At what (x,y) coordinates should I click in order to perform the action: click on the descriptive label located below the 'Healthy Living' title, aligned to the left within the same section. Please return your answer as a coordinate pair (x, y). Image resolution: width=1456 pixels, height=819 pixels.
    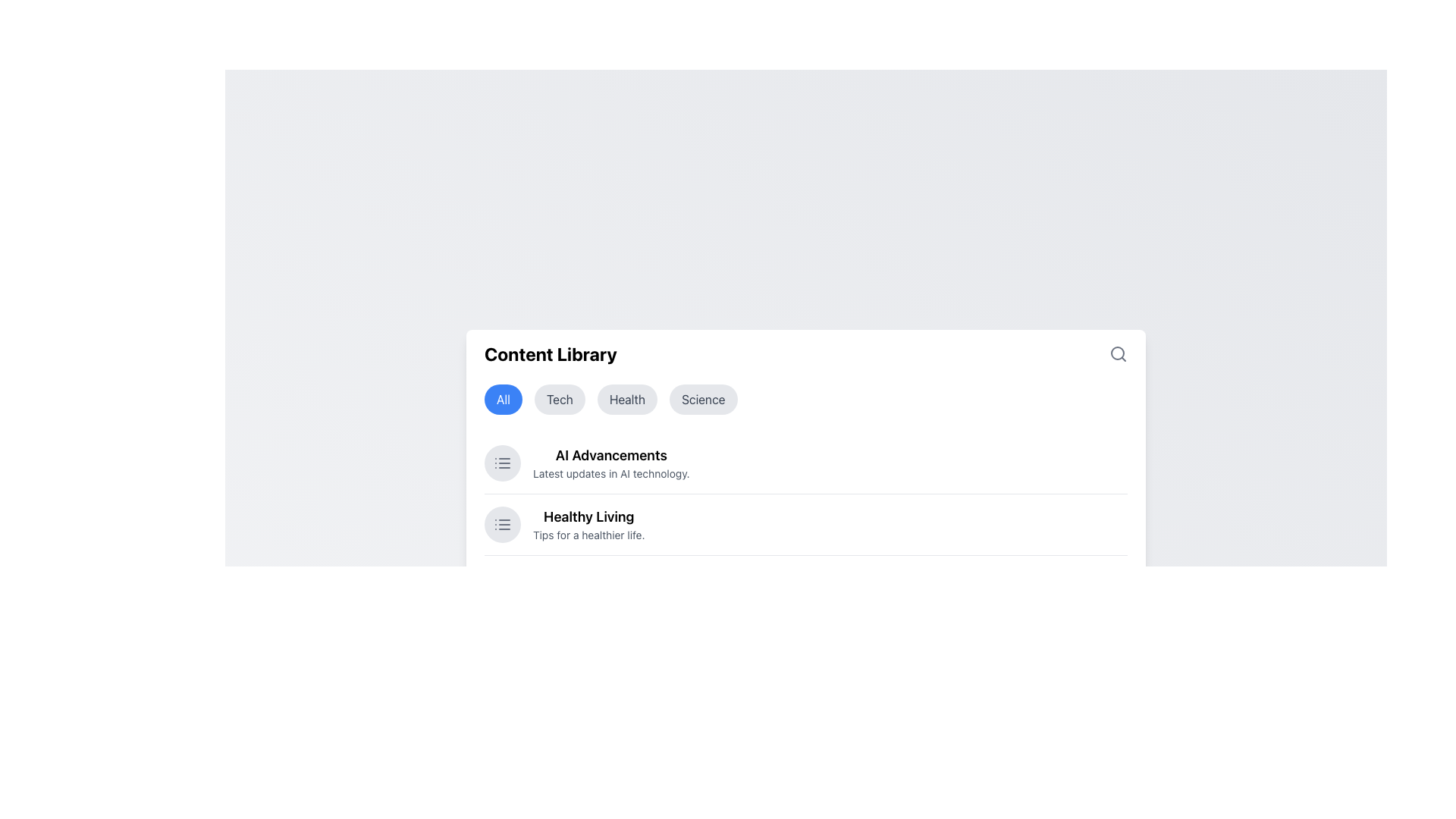
    Looking at the image, I should click on (588, 534).